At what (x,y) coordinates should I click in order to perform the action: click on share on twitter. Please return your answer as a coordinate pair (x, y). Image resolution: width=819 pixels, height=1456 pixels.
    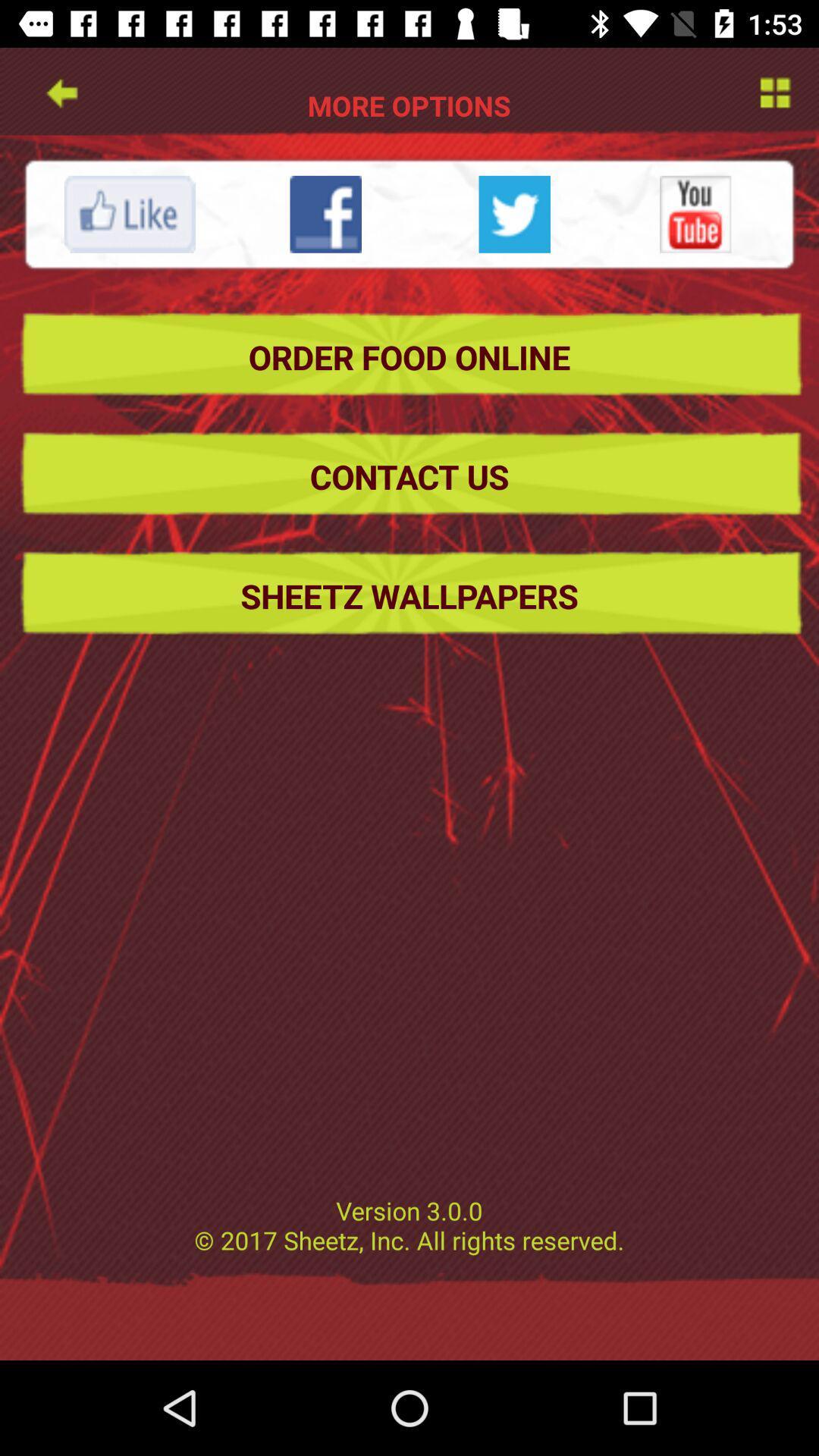
    Looking at the image, I should click on (513, 213).